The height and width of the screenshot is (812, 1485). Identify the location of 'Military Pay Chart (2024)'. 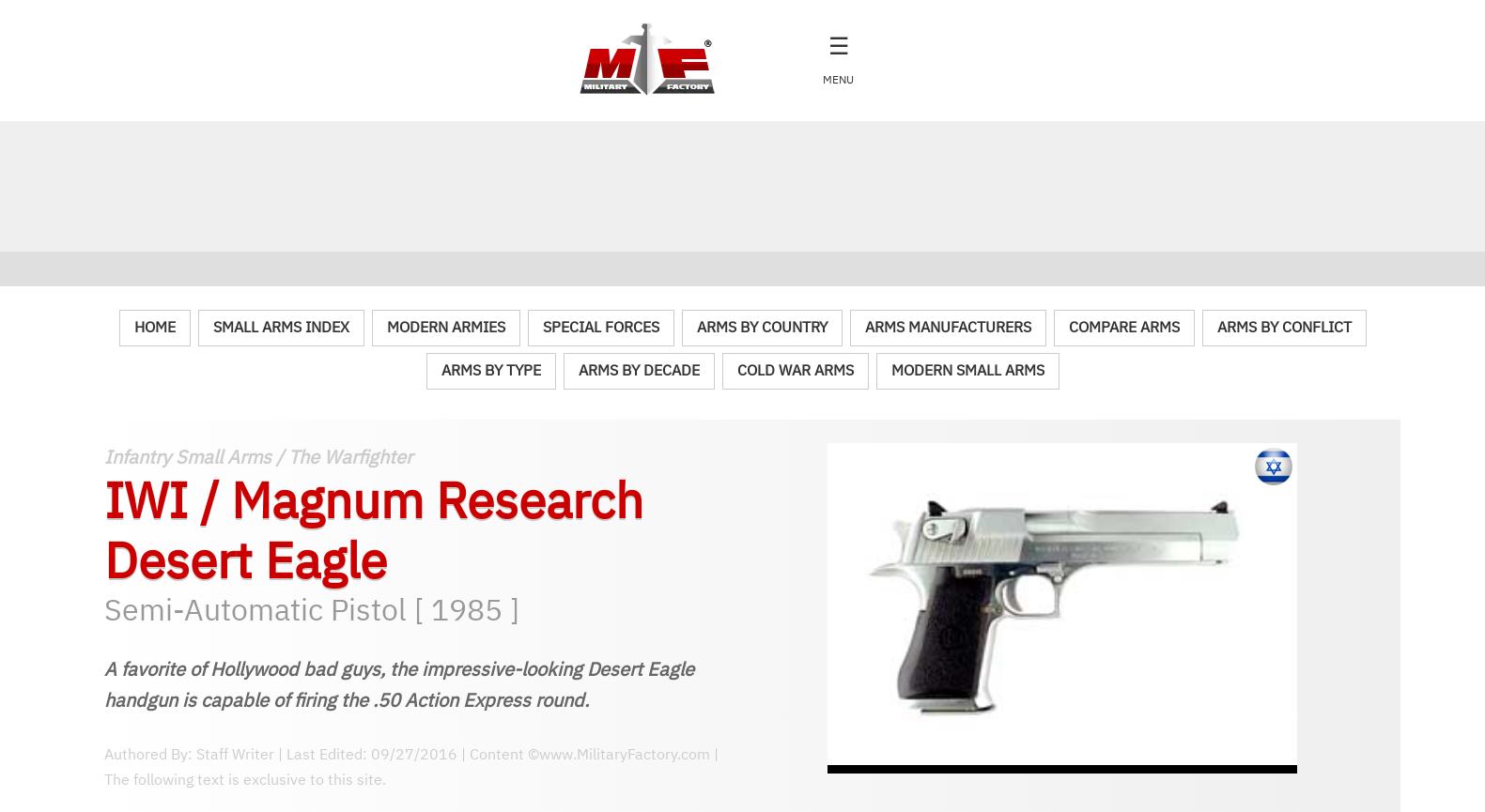
(42, 705).